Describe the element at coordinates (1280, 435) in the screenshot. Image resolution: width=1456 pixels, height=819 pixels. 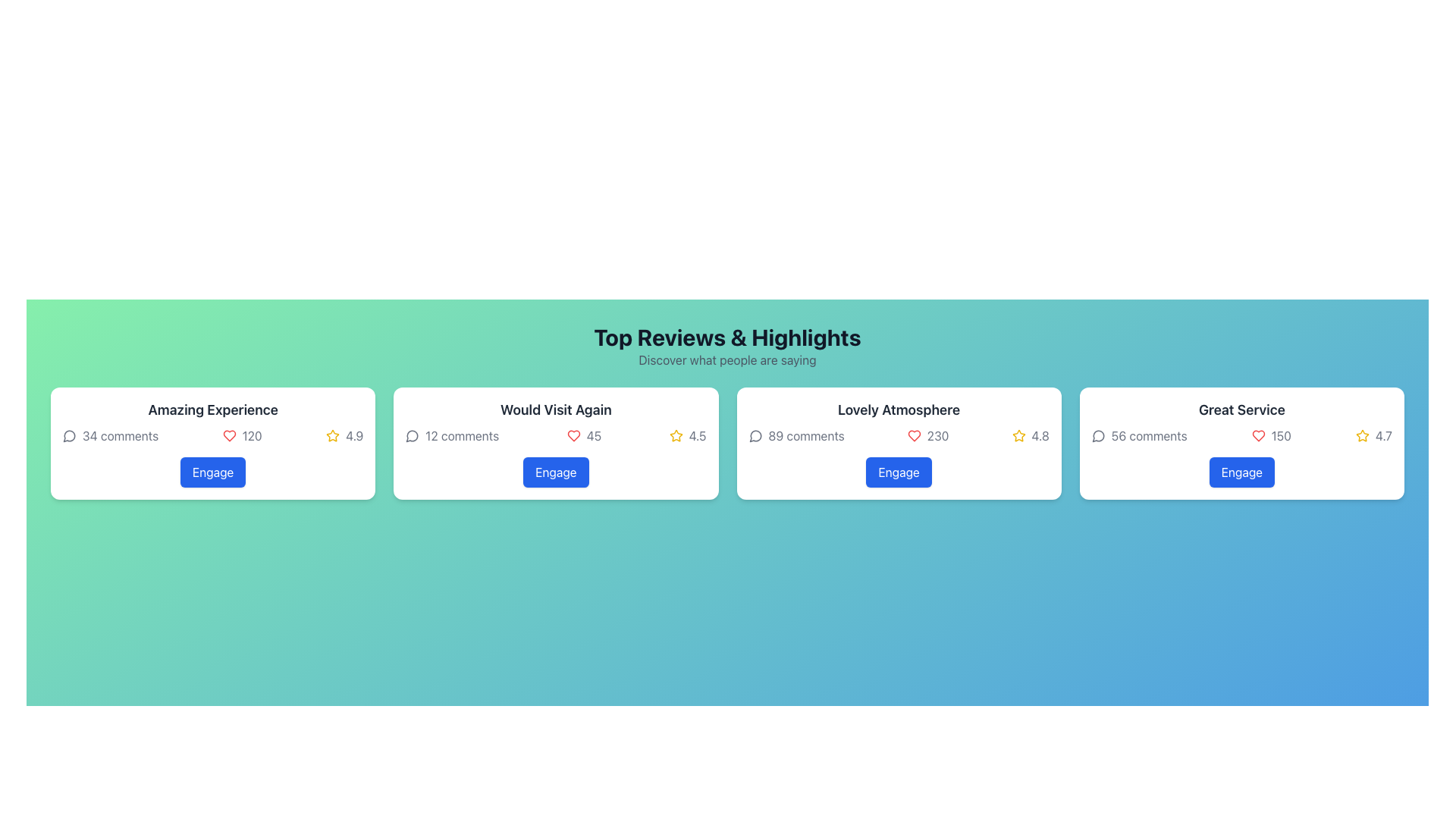
I see `the numeric label displaying the number '150' in gray font style, located in the bottom-right section of the interface inside the 'Great Service' card` at that location.